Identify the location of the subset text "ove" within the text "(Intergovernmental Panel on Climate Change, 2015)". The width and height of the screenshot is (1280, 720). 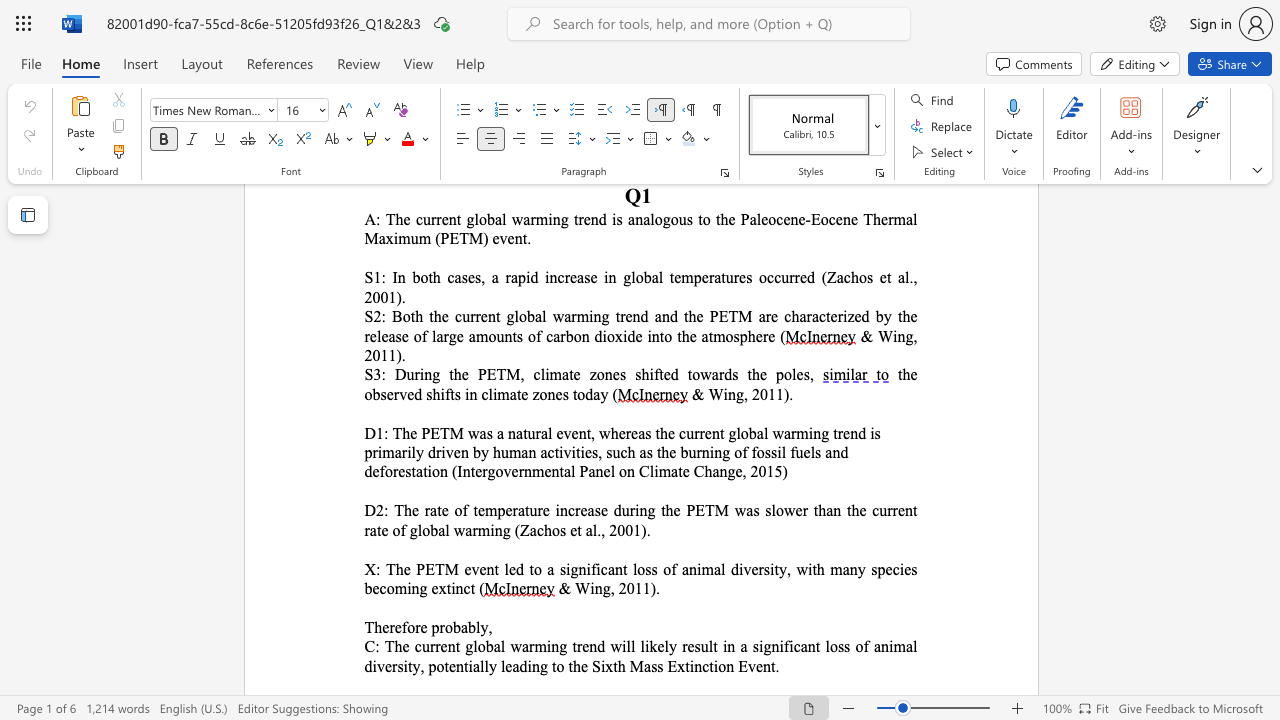
(495, 471).